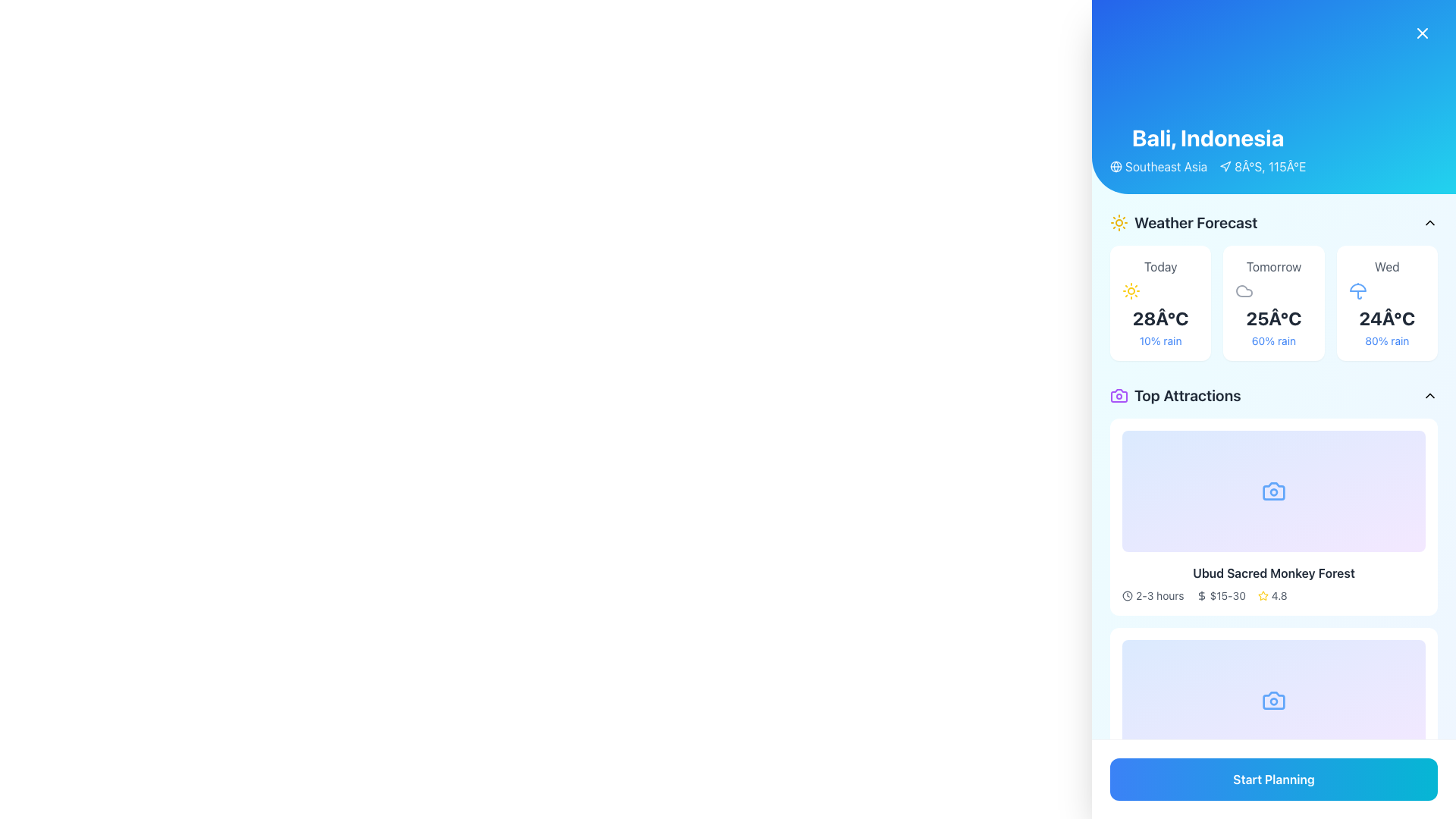  What do you see at coordinates (1207, 137) in the screenshot?
I see `prominently styled text 'Bali, Indonesia' located at the top of the geographic and weather information section` at bounding box center [1207, 137].